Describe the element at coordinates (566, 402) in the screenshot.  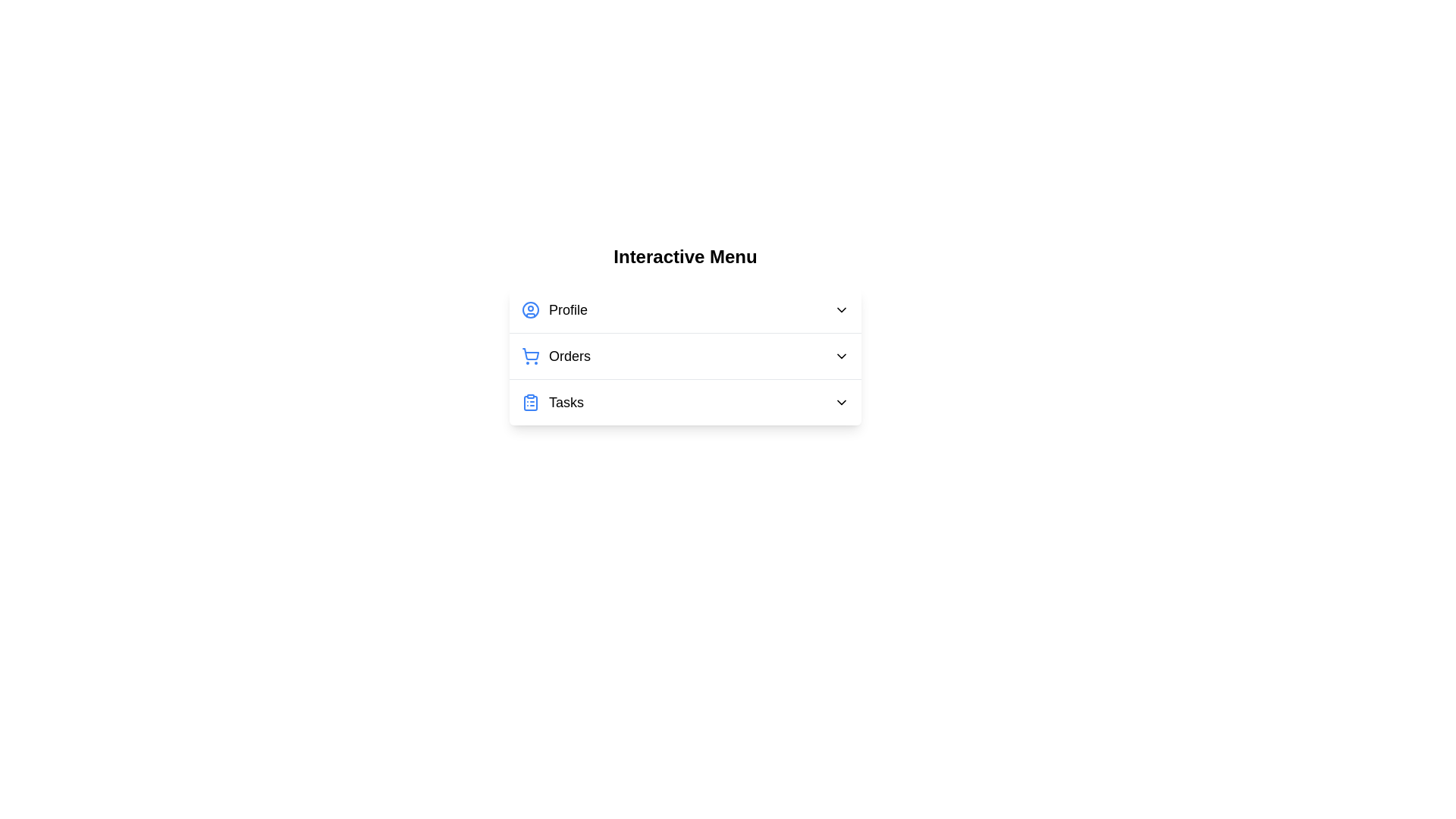
I see `the text label that represents a section or category in the interactive menu list, located below the header 'Interactive Menu'` at that location.